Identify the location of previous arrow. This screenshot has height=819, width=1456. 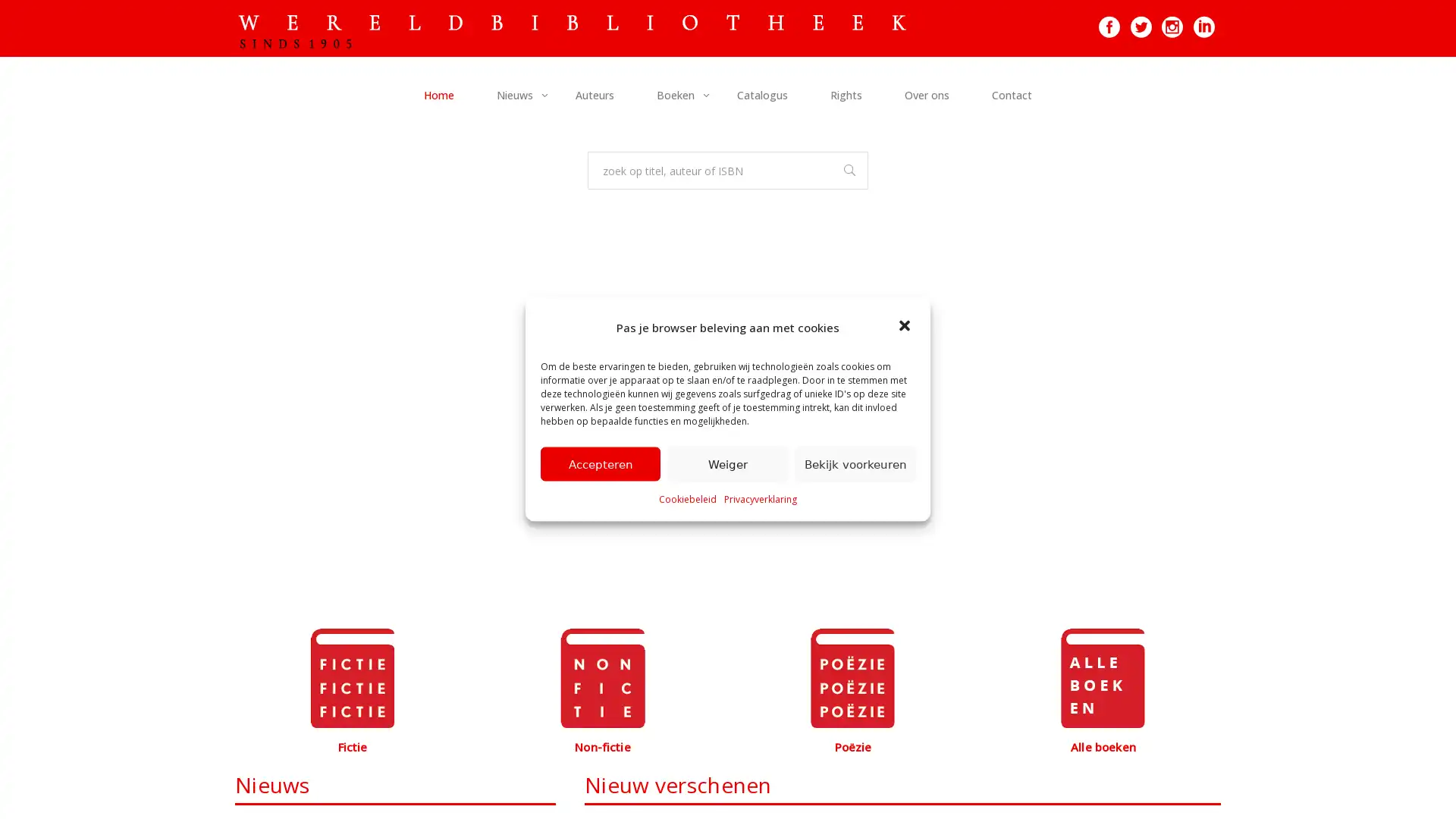
(258, 411).